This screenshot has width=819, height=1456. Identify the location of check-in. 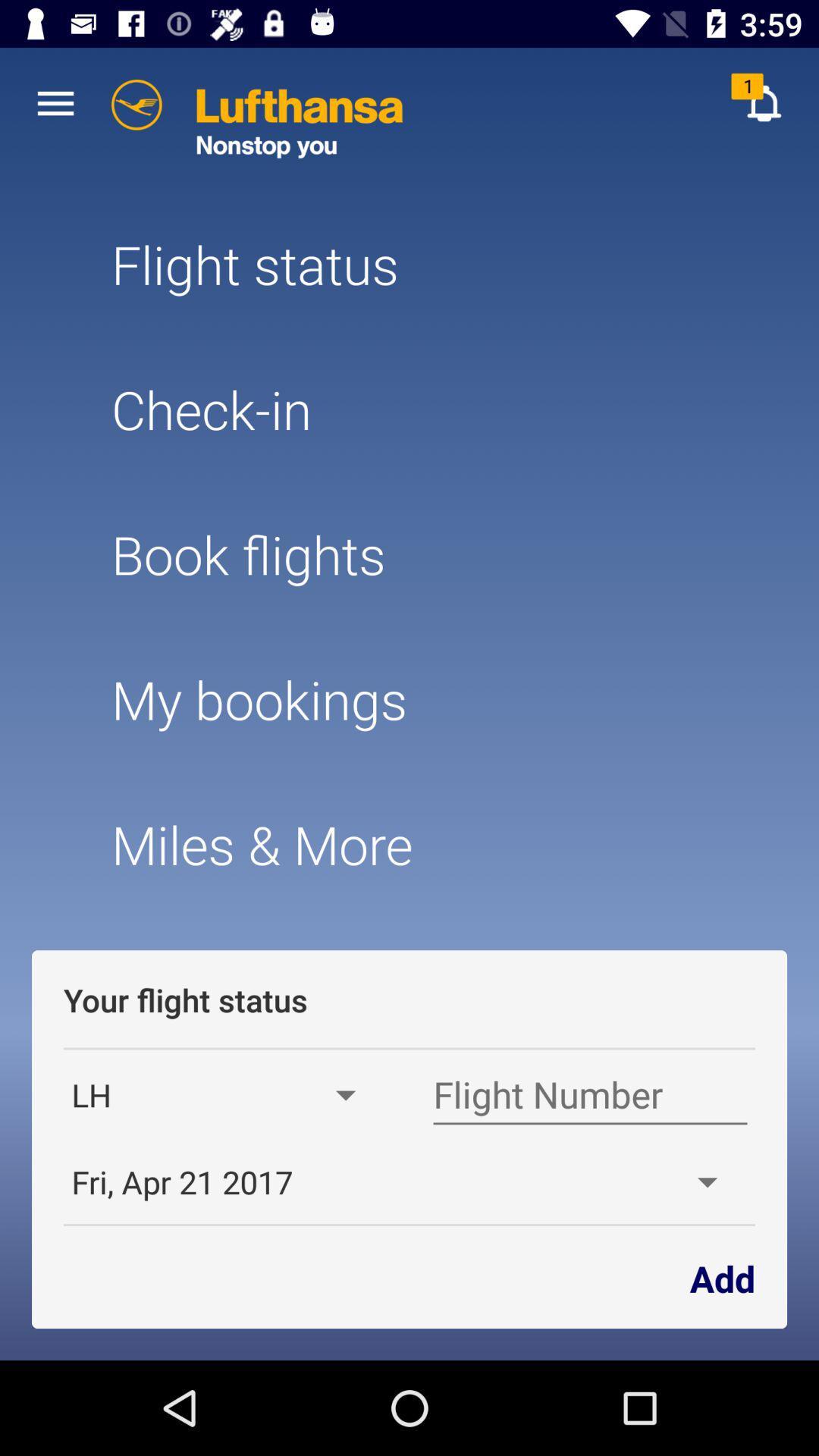
(409, 409).